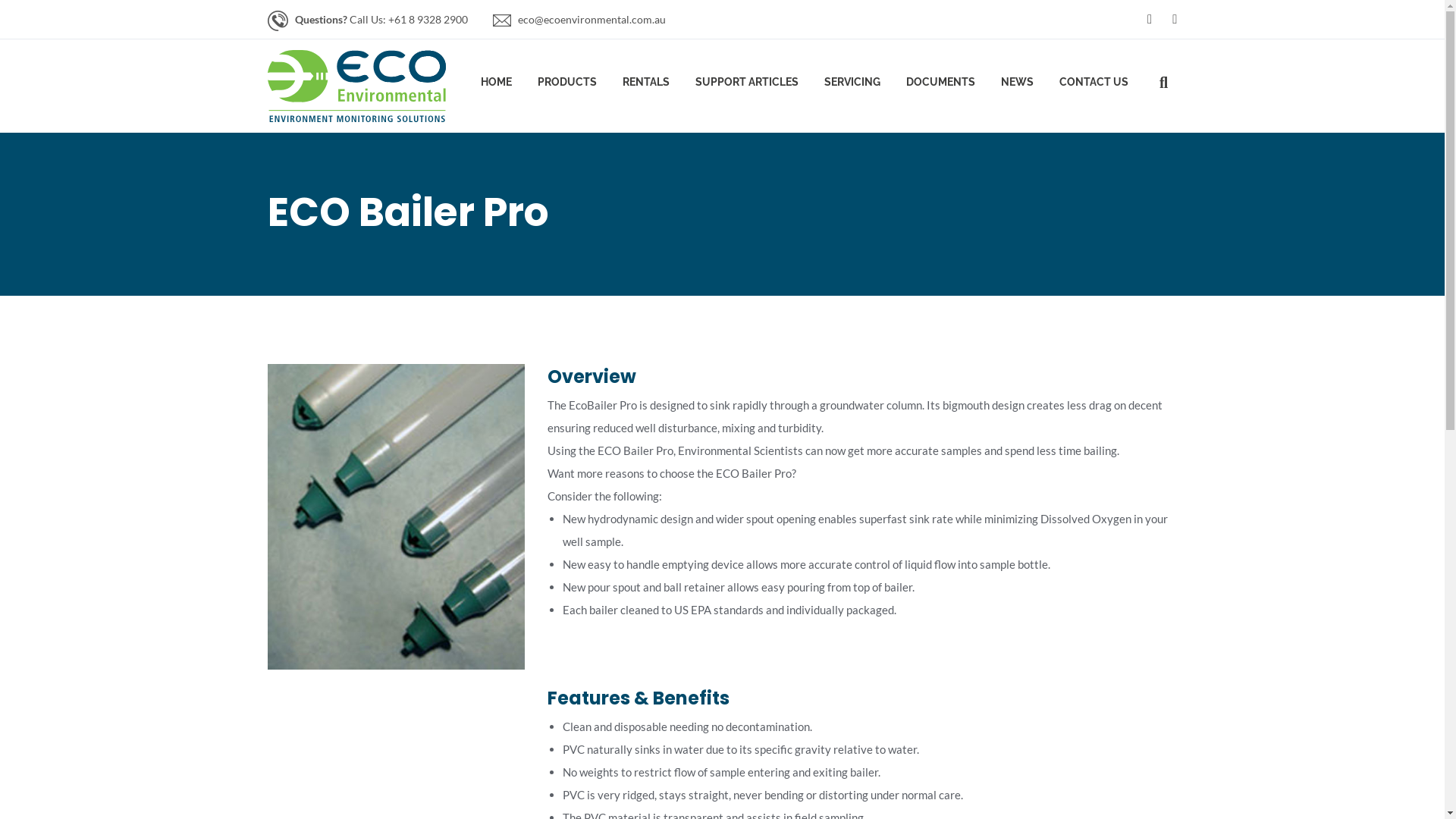  What do you see at coordinates (1017, 86) in the screenshot?
I see `'NEWS'` at bounding box center [1017, 86].